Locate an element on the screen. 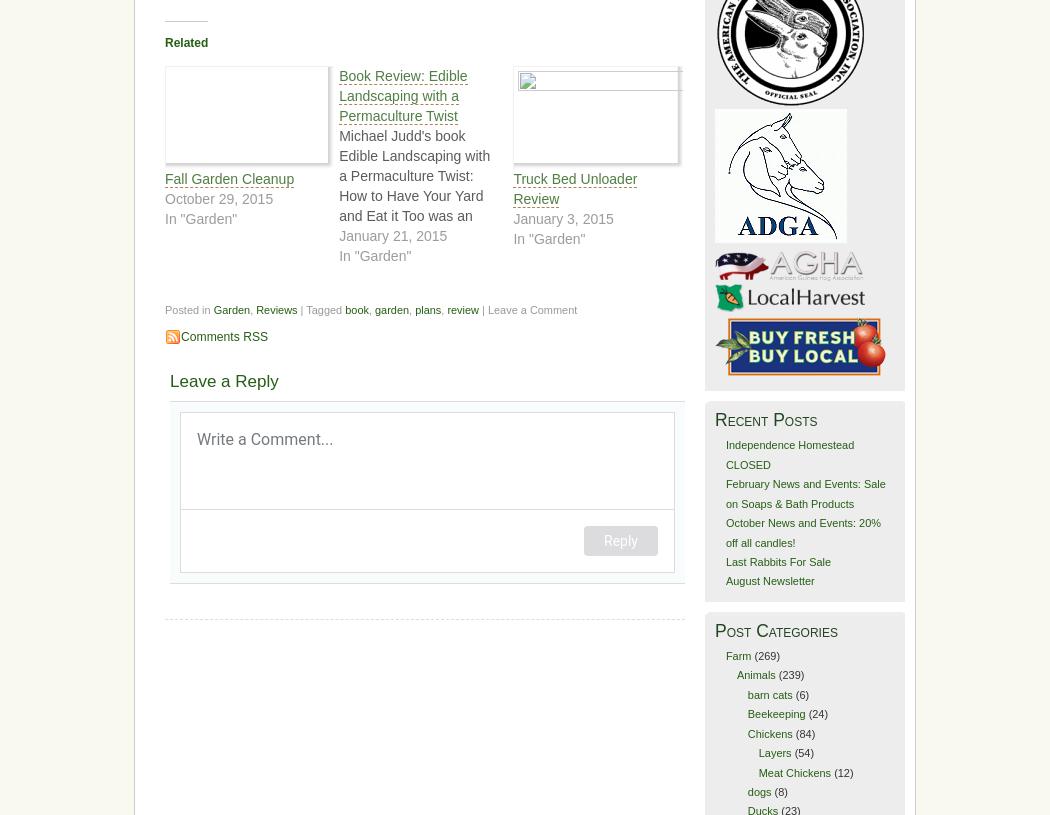 The image size is (1050, 815). 'Independence Homestead CLOSED' is located at coordinates (724, 454).